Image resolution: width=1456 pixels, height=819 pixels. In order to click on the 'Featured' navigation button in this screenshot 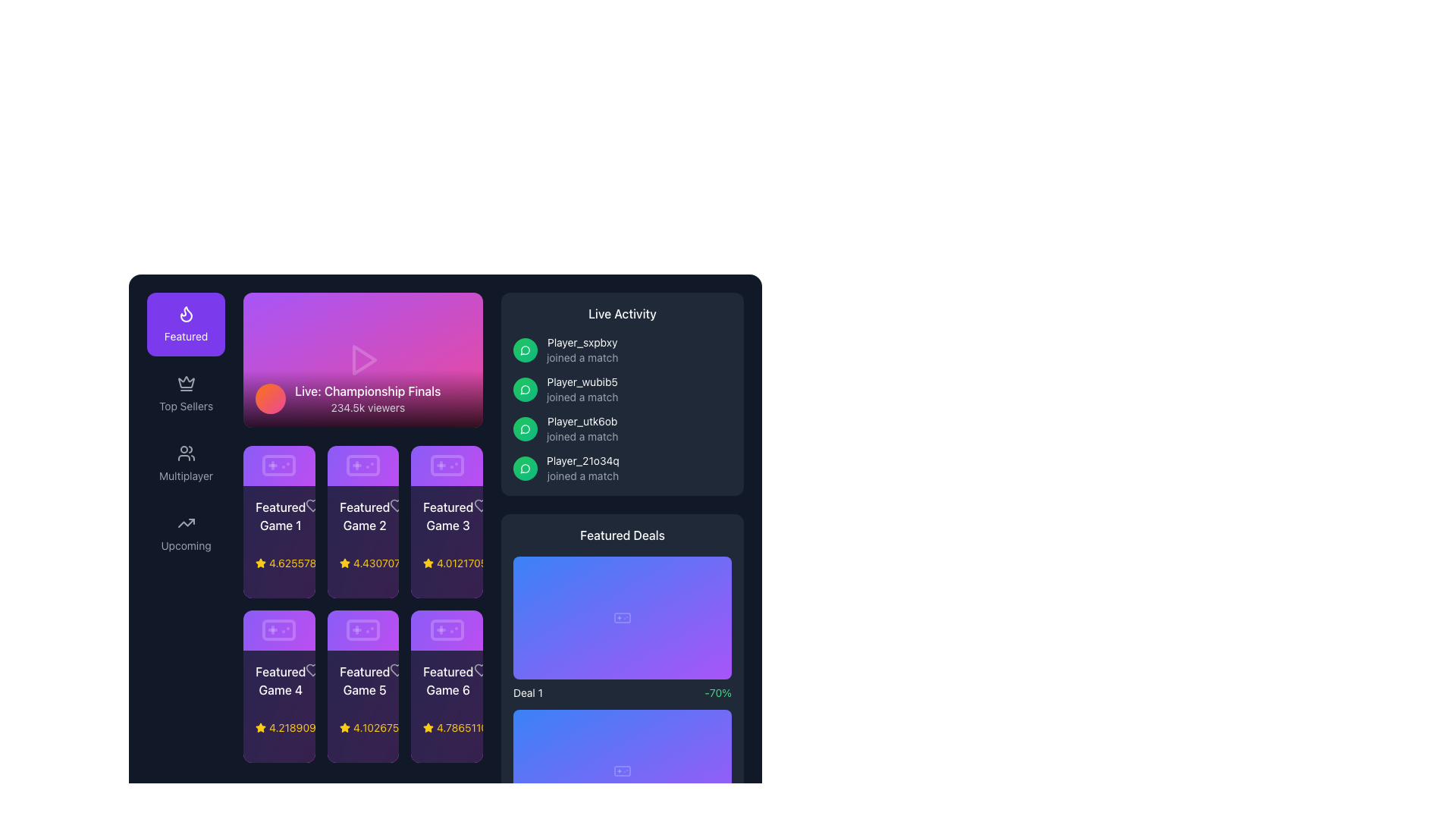, I will do `click(185, 324)`.